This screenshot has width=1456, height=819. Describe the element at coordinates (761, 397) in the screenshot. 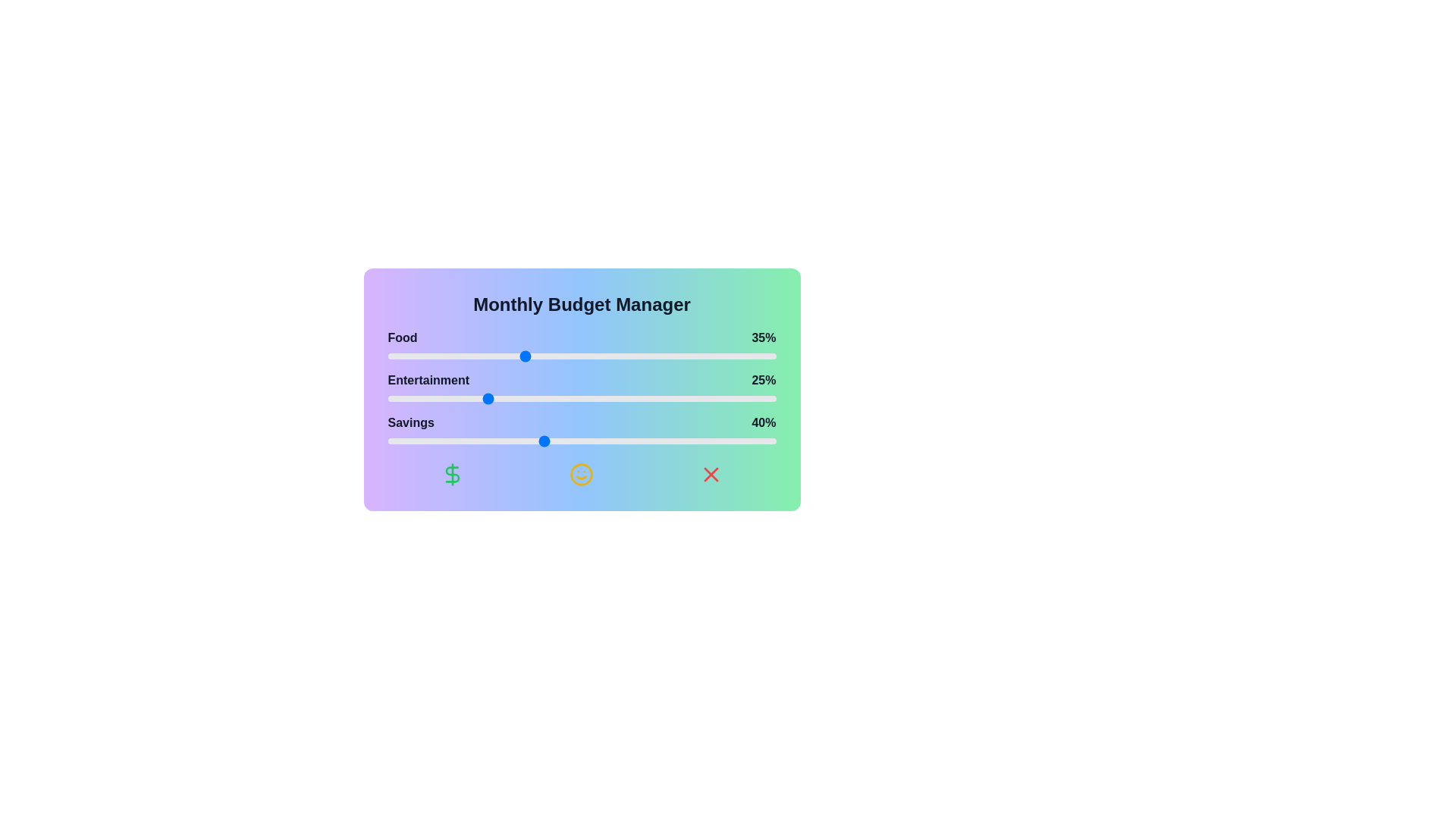

I see `the 'Entertainment' slider to 96%` at that location.